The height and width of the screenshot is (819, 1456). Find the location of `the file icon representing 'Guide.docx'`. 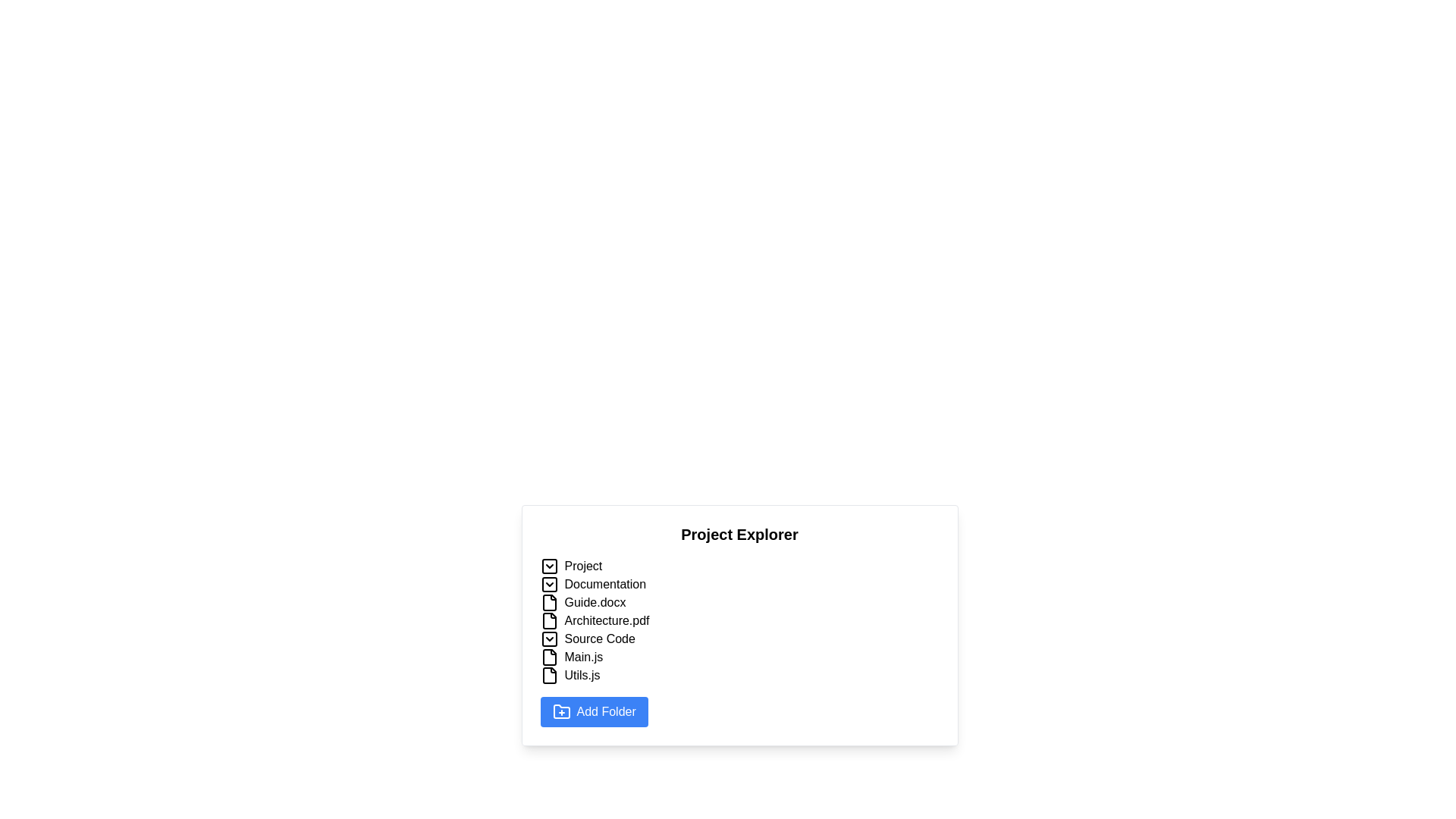

the file icon representing 'Guide.docx' is located at coordinates (548, 601).